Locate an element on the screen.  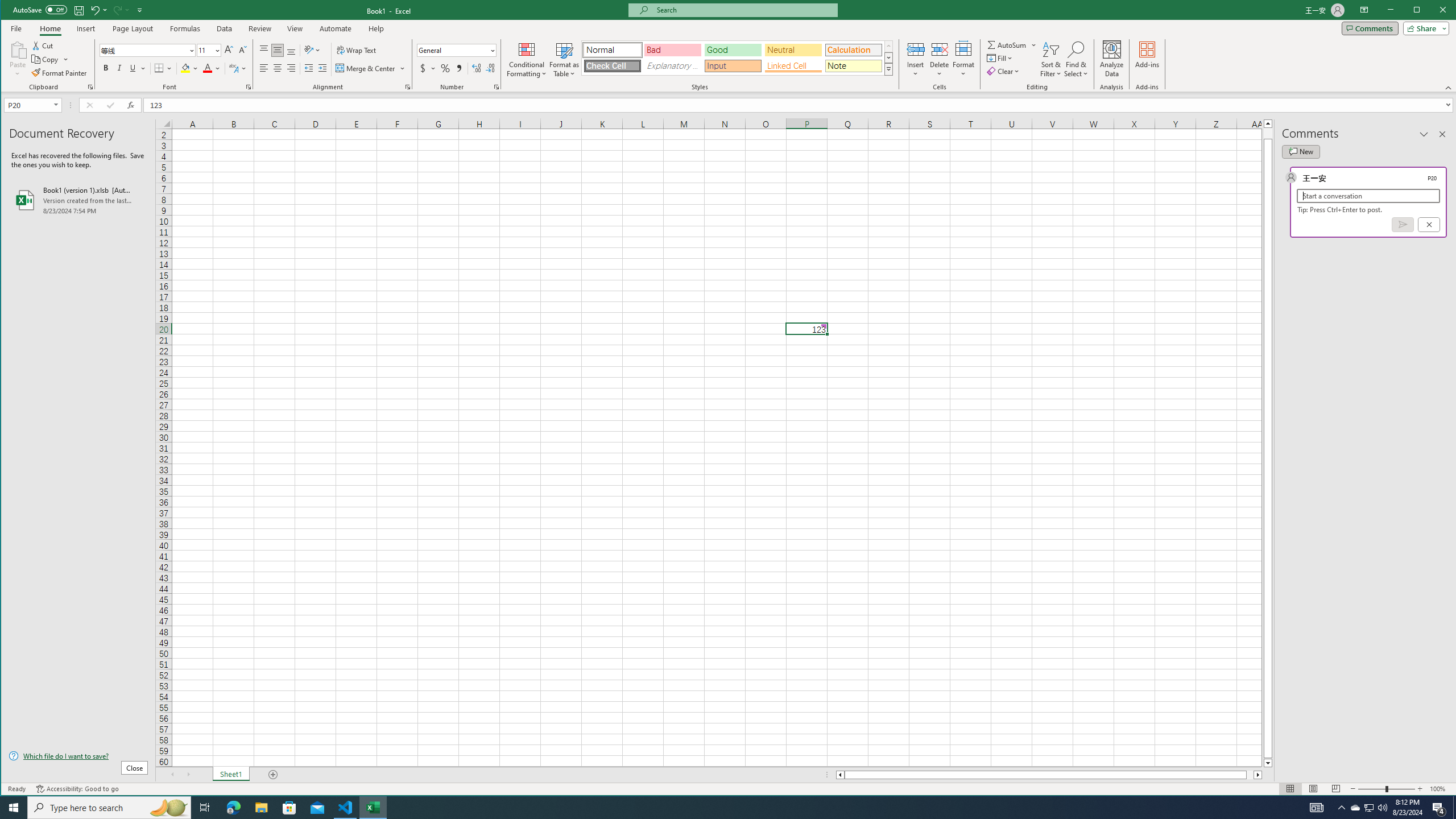
'Format Cell Number' is located at coordinates (496, 87).